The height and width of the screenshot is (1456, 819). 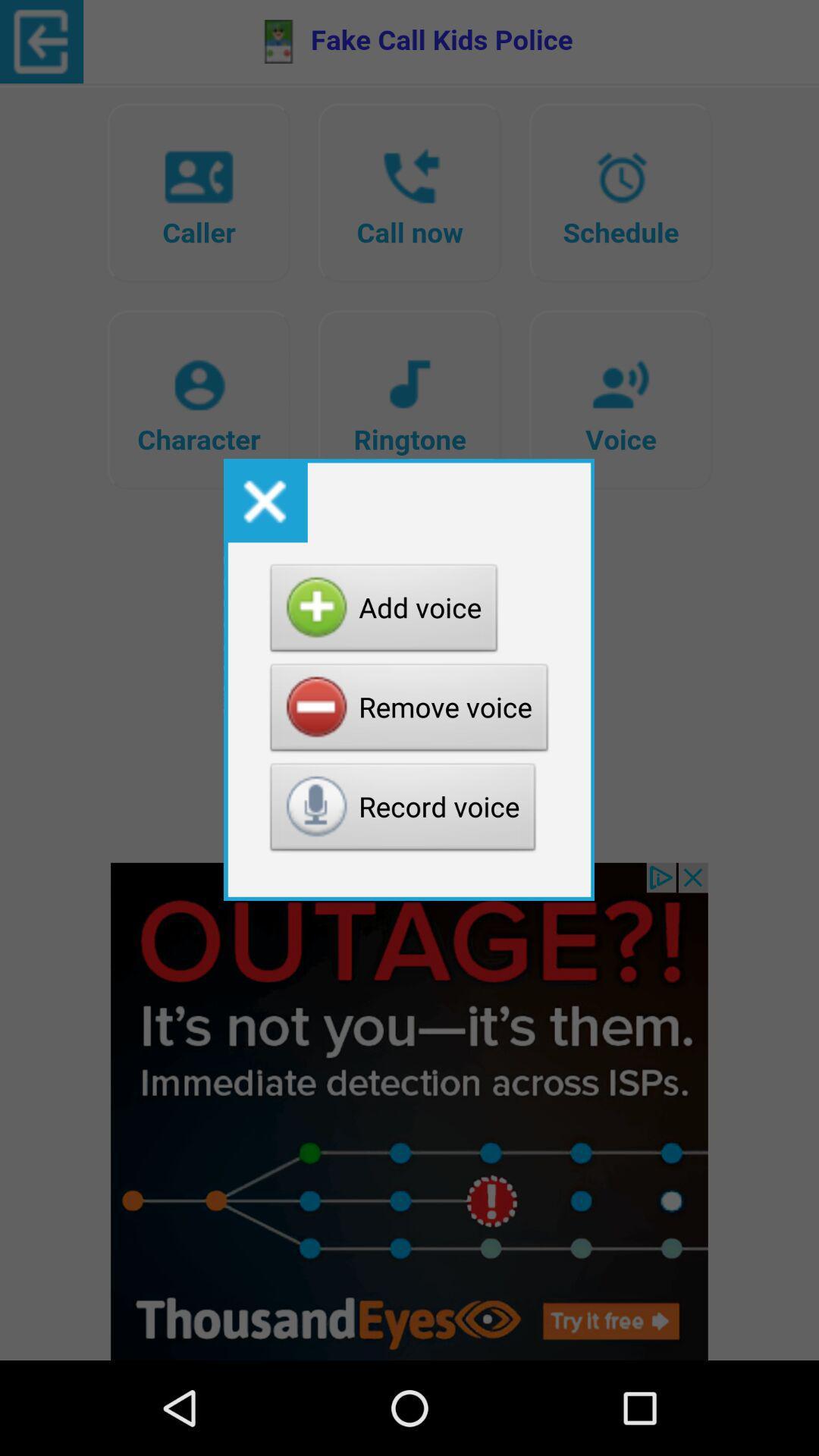 What do you see at coordinates (409, 711) in the screenshot?
I see `remove voice button` at bounding box center [409, 711].